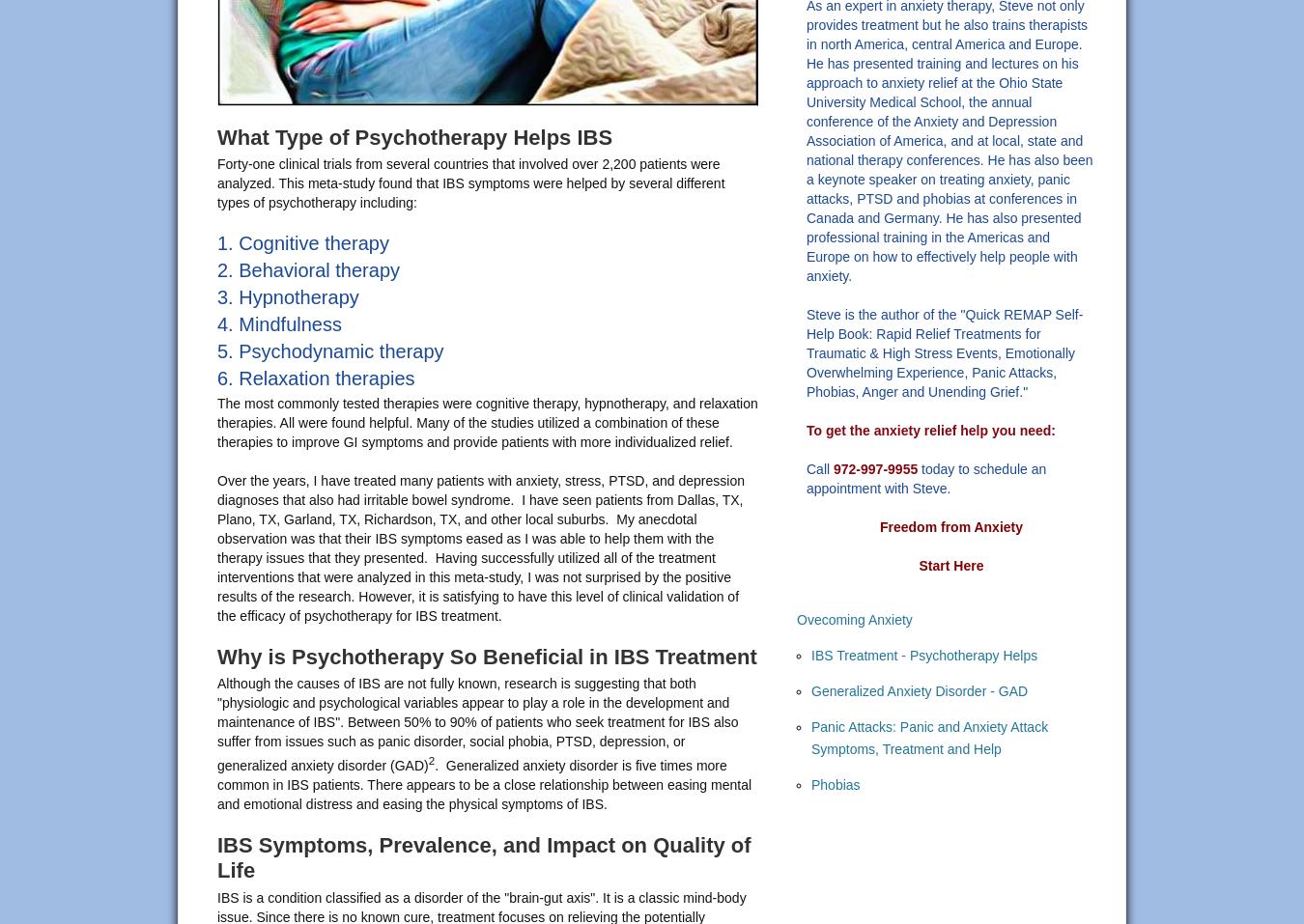 The height and width of the screenshot is (924, 1304). Describe the element at coordinates (923, 655) in the screenshot. I see `'IBS Treatment - Psychotherapy Helps'` at that location.